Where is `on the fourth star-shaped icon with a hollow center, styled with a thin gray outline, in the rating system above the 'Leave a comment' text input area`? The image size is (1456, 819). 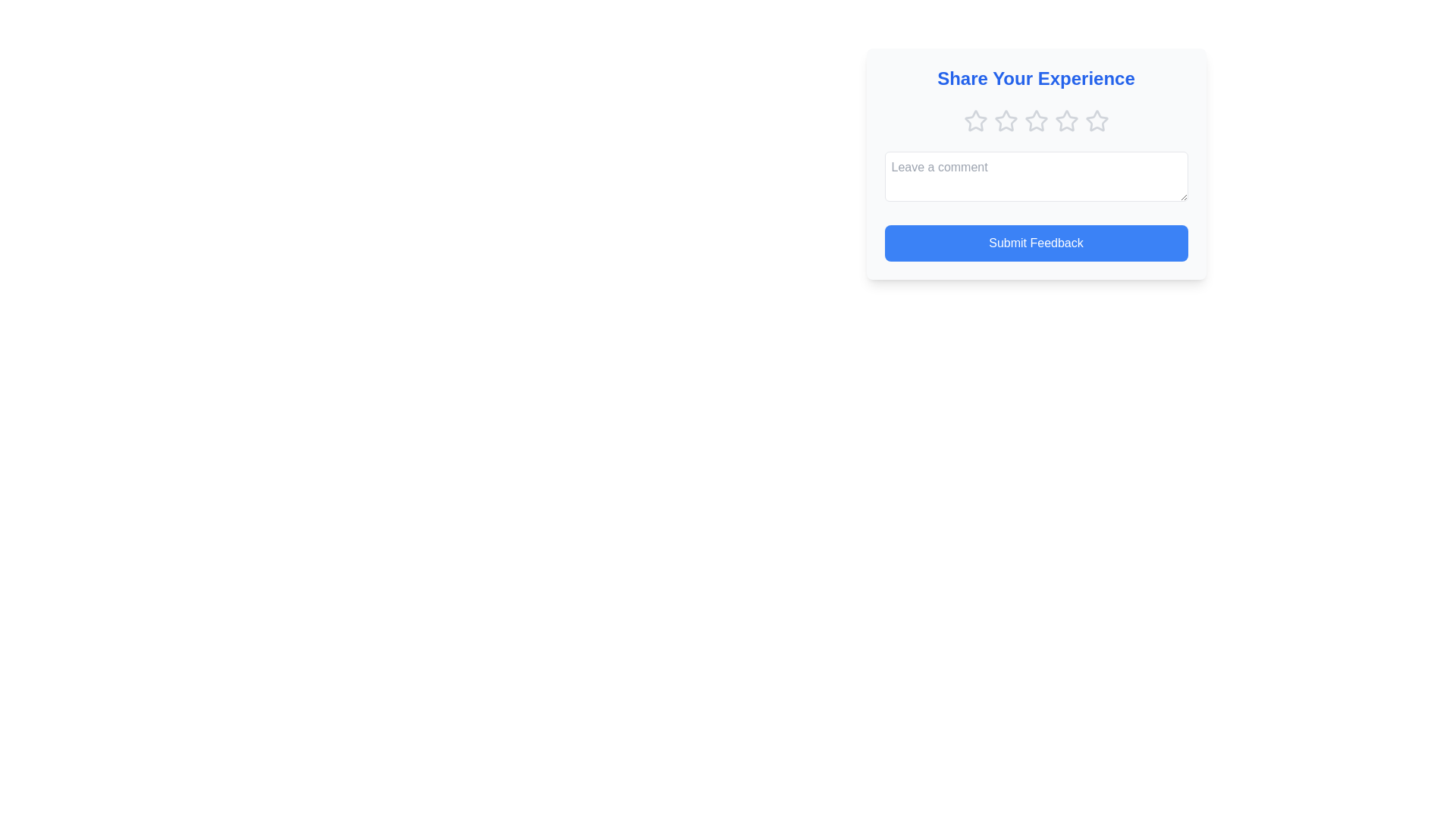 on the fourth star-shaped icon with a hollow center, styled with a thin gray outline, in the rating system above the 'Leave a comment' text input area is located at coordinates (1065, 120).